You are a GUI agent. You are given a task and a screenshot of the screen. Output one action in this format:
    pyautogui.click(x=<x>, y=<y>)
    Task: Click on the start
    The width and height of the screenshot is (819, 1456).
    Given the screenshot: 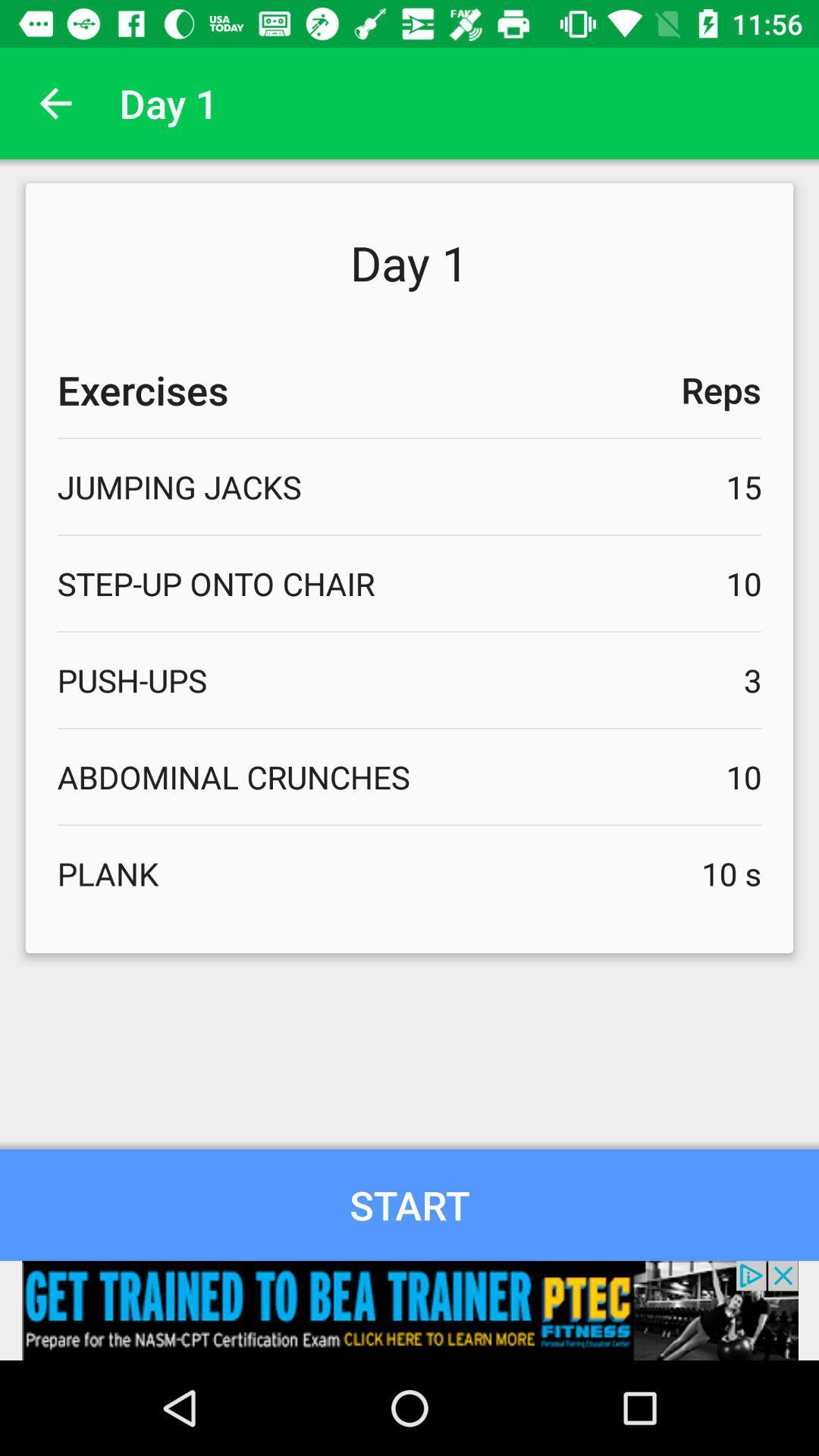 What is the action you would take?
    pyautogui.click(x=409, y=1204)
    